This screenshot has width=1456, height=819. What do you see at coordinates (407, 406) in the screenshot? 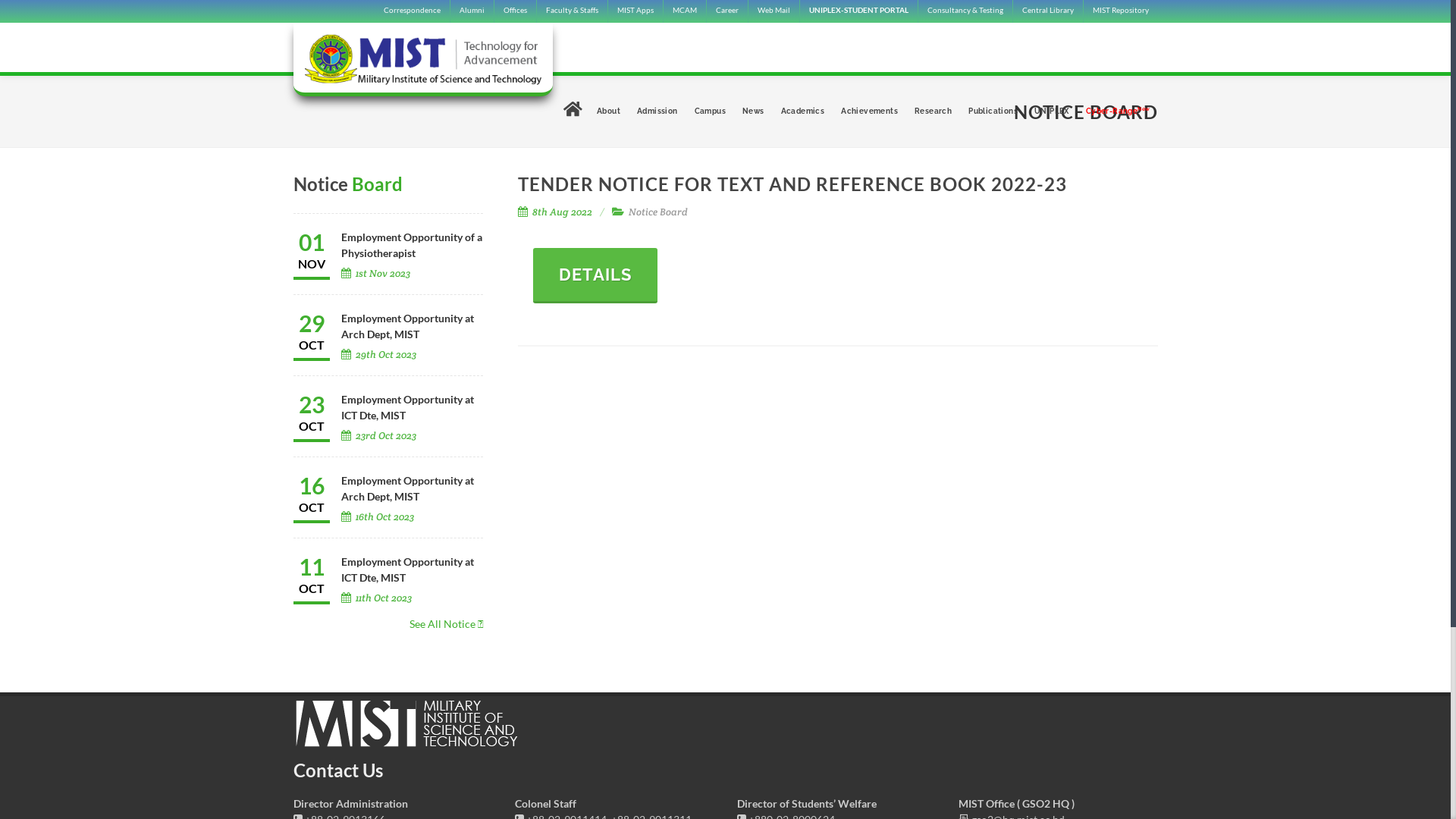
I see `'Employment Opportunity at ICT Dte, MIST'` at bounding box center [407, 406].